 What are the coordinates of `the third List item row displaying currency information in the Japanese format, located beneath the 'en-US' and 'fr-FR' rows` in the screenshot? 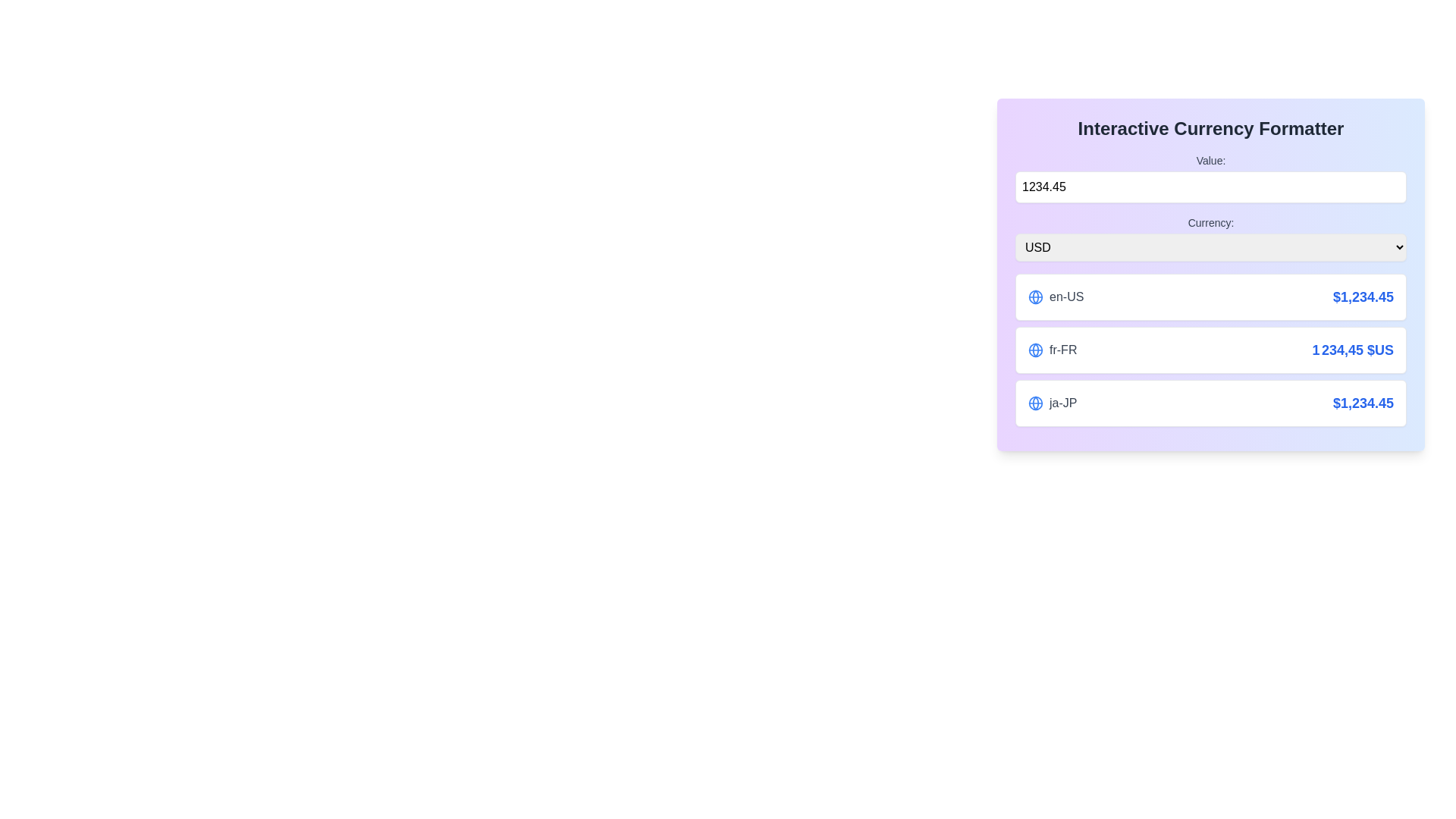 It's located at (1210, 403).